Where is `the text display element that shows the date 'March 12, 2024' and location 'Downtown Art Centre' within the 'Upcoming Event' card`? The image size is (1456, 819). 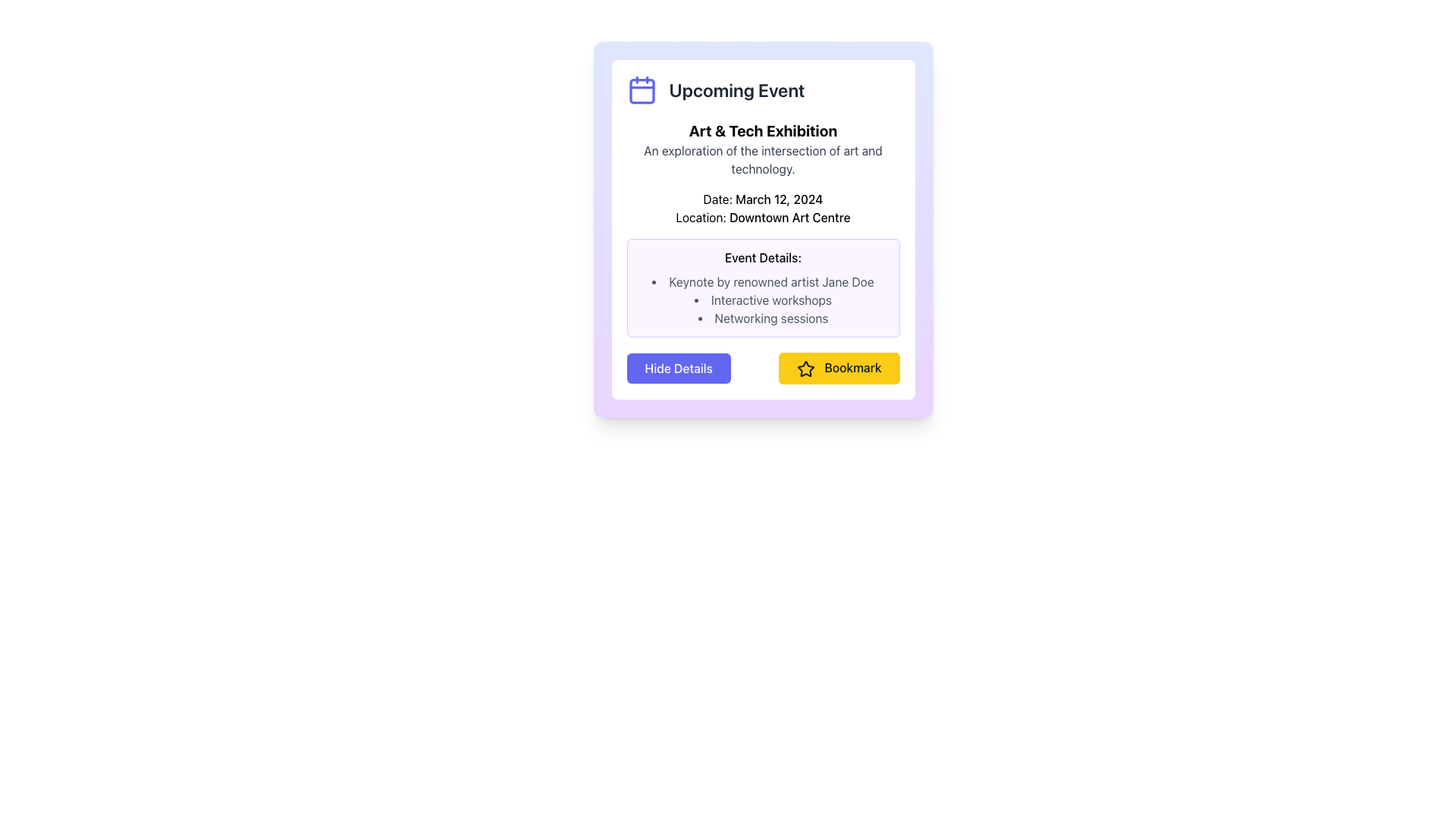
the text display element that shows the date 'March 12, 2024' and location 'Downtown Art Centre' within the 'Upcoming Event' card is located at coordinates (763, 208).